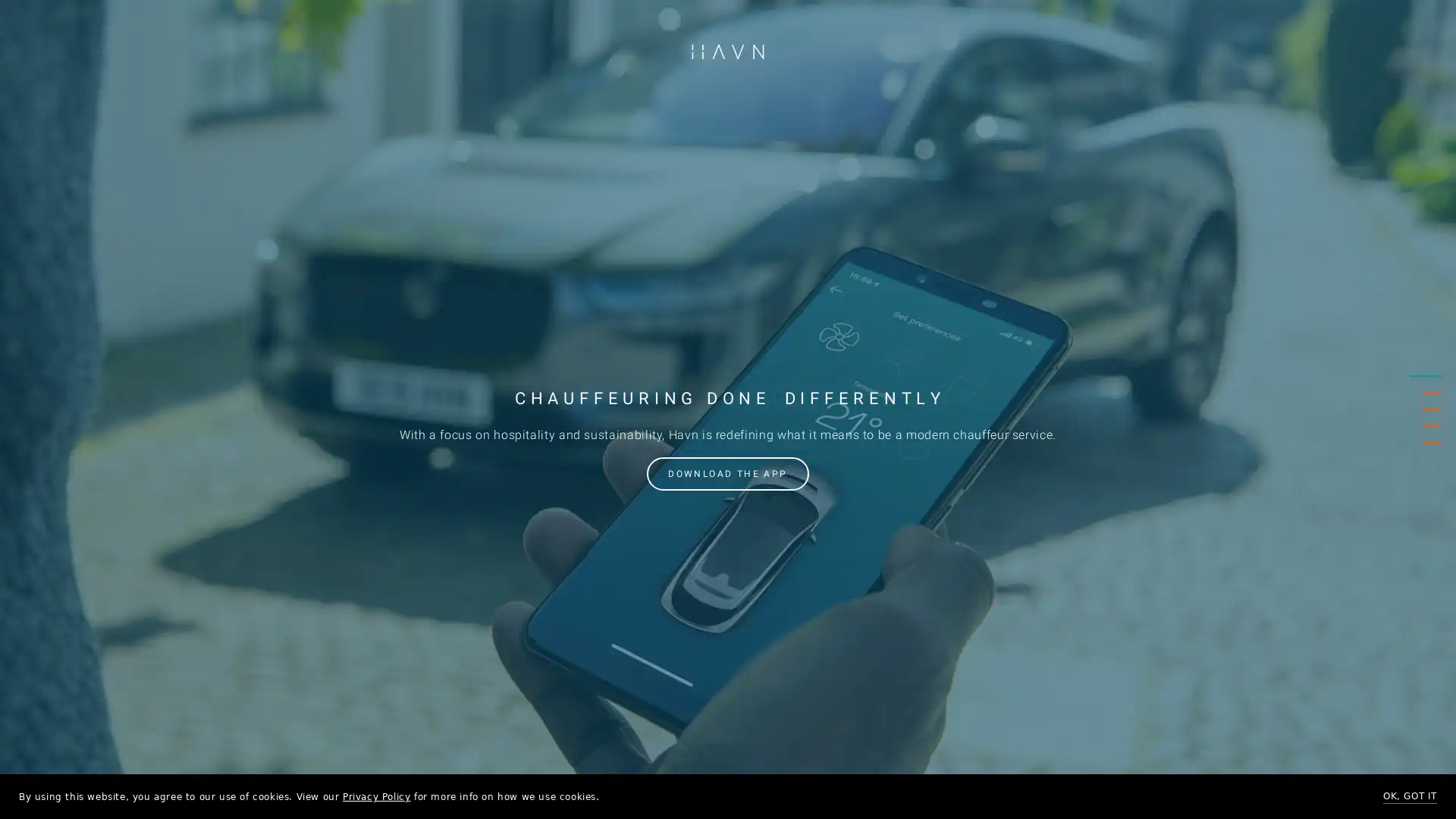 The height and width of the screenshot is (819, 1456). Describe the element at coordinates (1409, 795) in the screenshot. I see `OK, GOT IT` at that location.